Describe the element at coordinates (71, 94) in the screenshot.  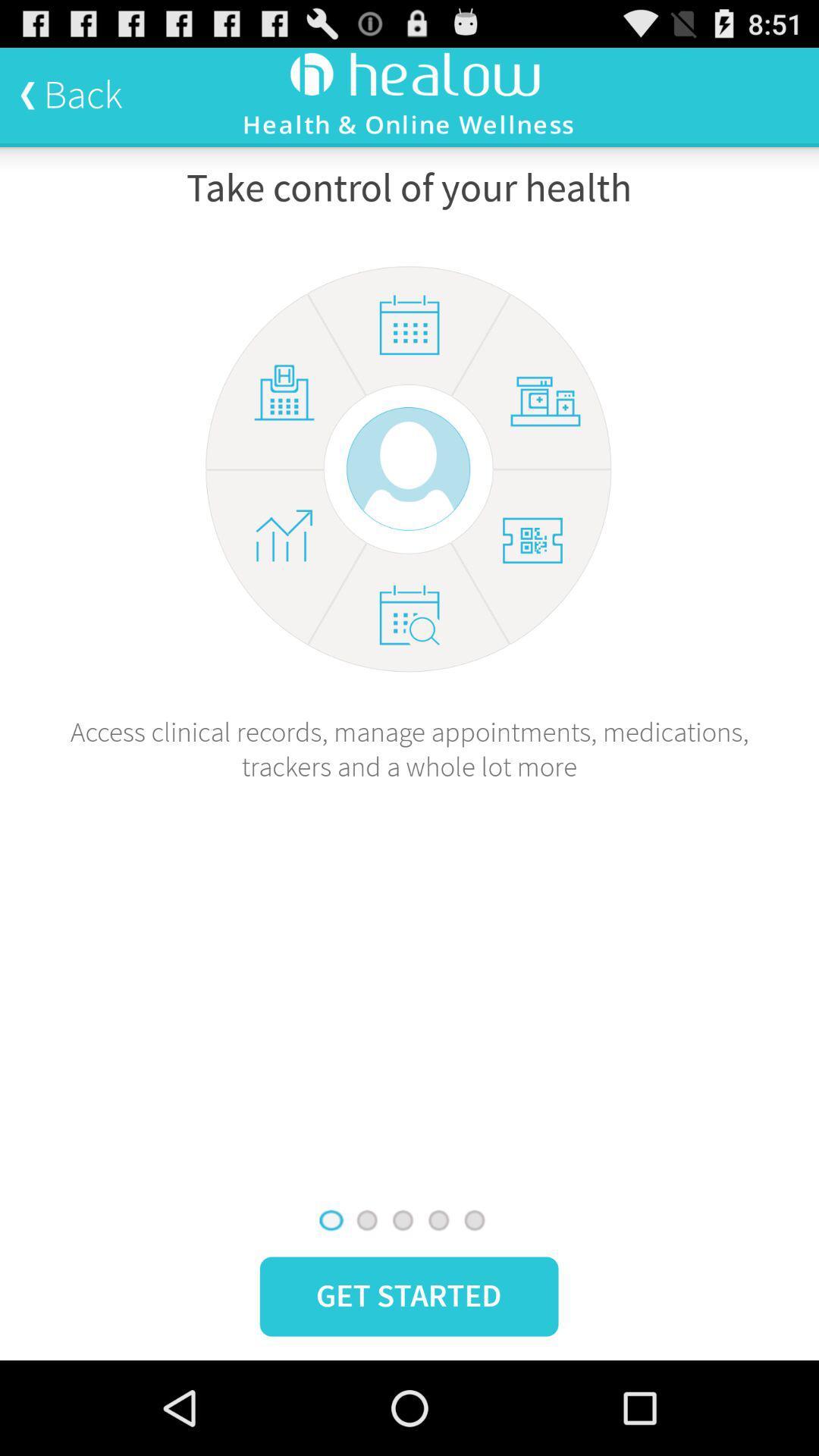
I see `the icon at the top left corner` at that location.